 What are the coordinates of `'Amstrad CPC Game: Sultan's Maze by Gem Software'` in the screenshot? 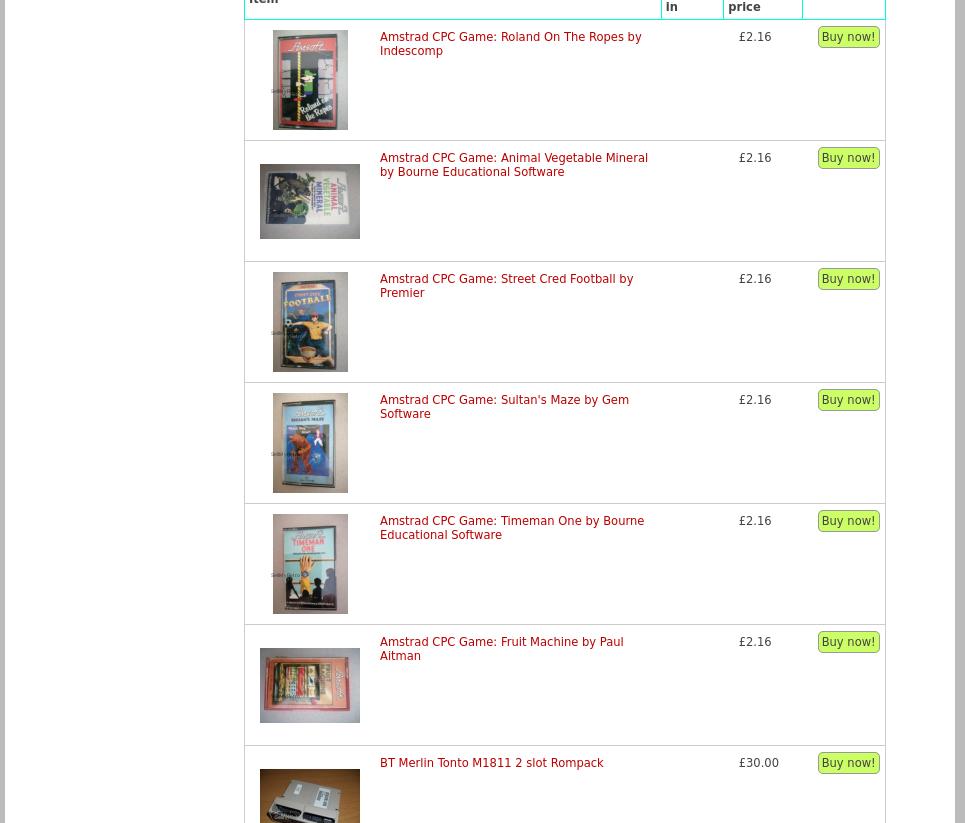 It's located at (504, 405).